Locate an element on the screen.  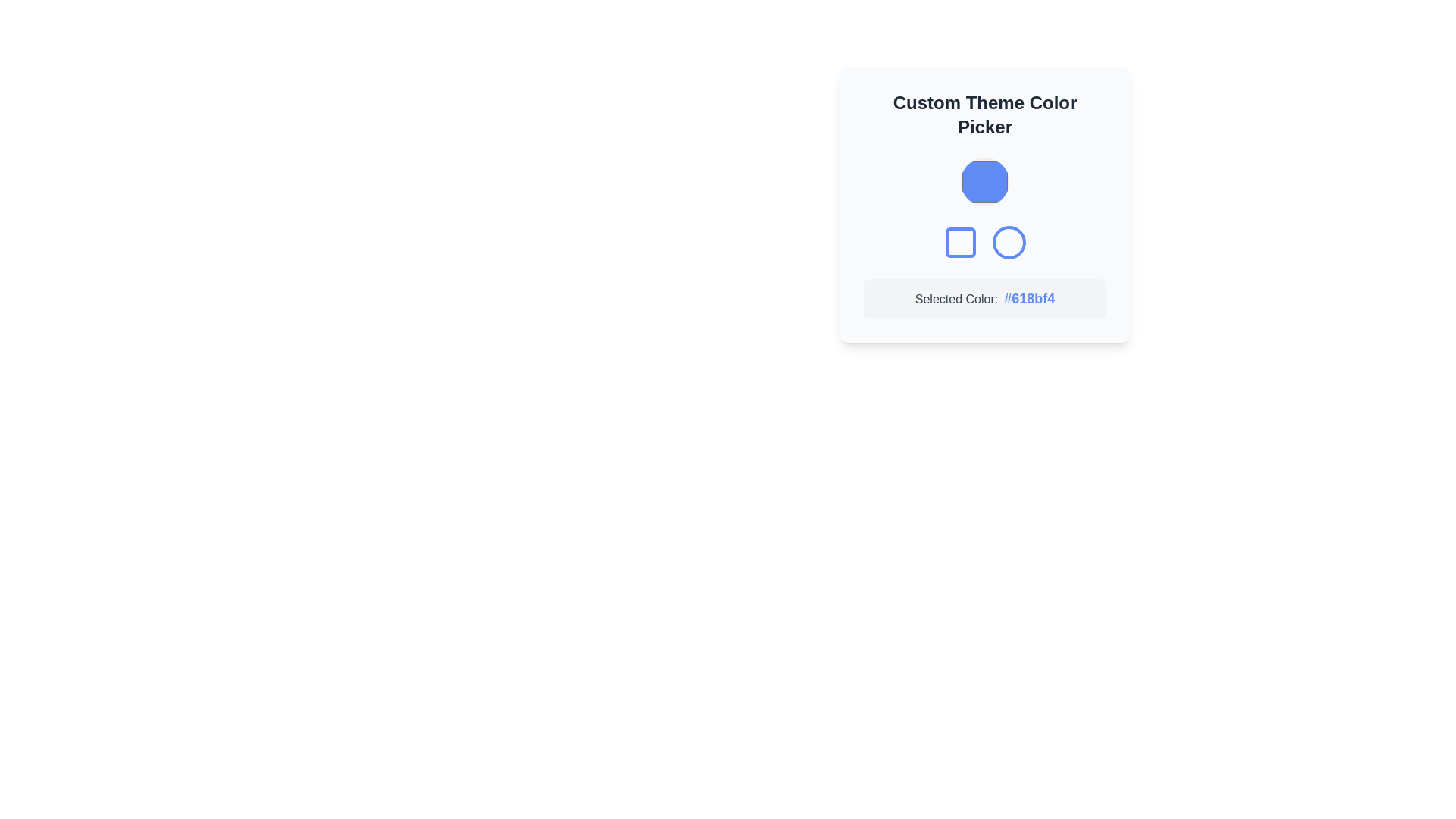
the Information display text that shows the currently selected color code '#618bf4', located at the bottom of the 'Custom Theme Color Picker' card is located at coordinates (985, 298).